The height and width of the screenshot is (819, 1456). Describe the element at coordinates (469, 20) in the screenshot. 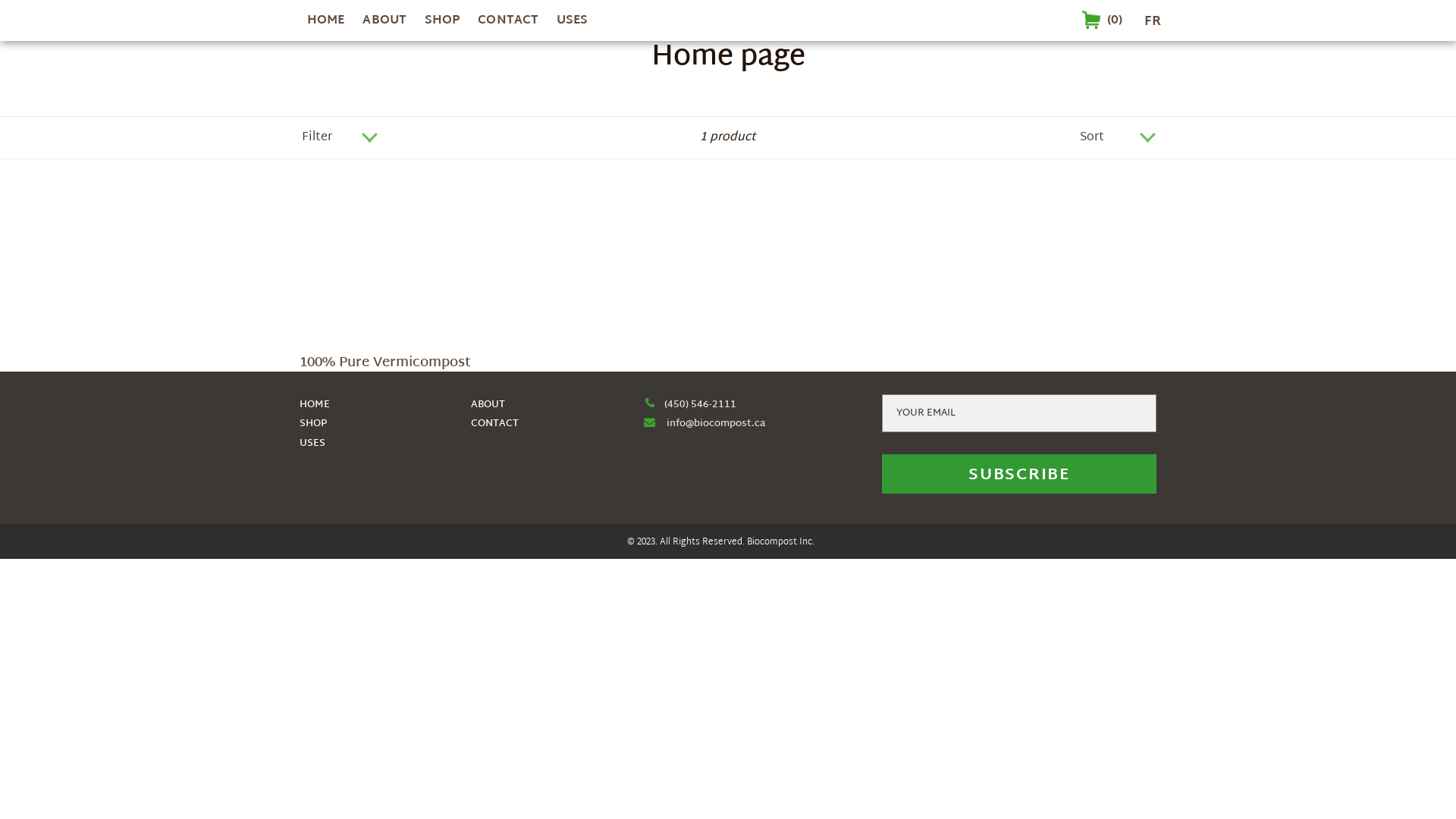

I see `'CONTACT'` at that location.